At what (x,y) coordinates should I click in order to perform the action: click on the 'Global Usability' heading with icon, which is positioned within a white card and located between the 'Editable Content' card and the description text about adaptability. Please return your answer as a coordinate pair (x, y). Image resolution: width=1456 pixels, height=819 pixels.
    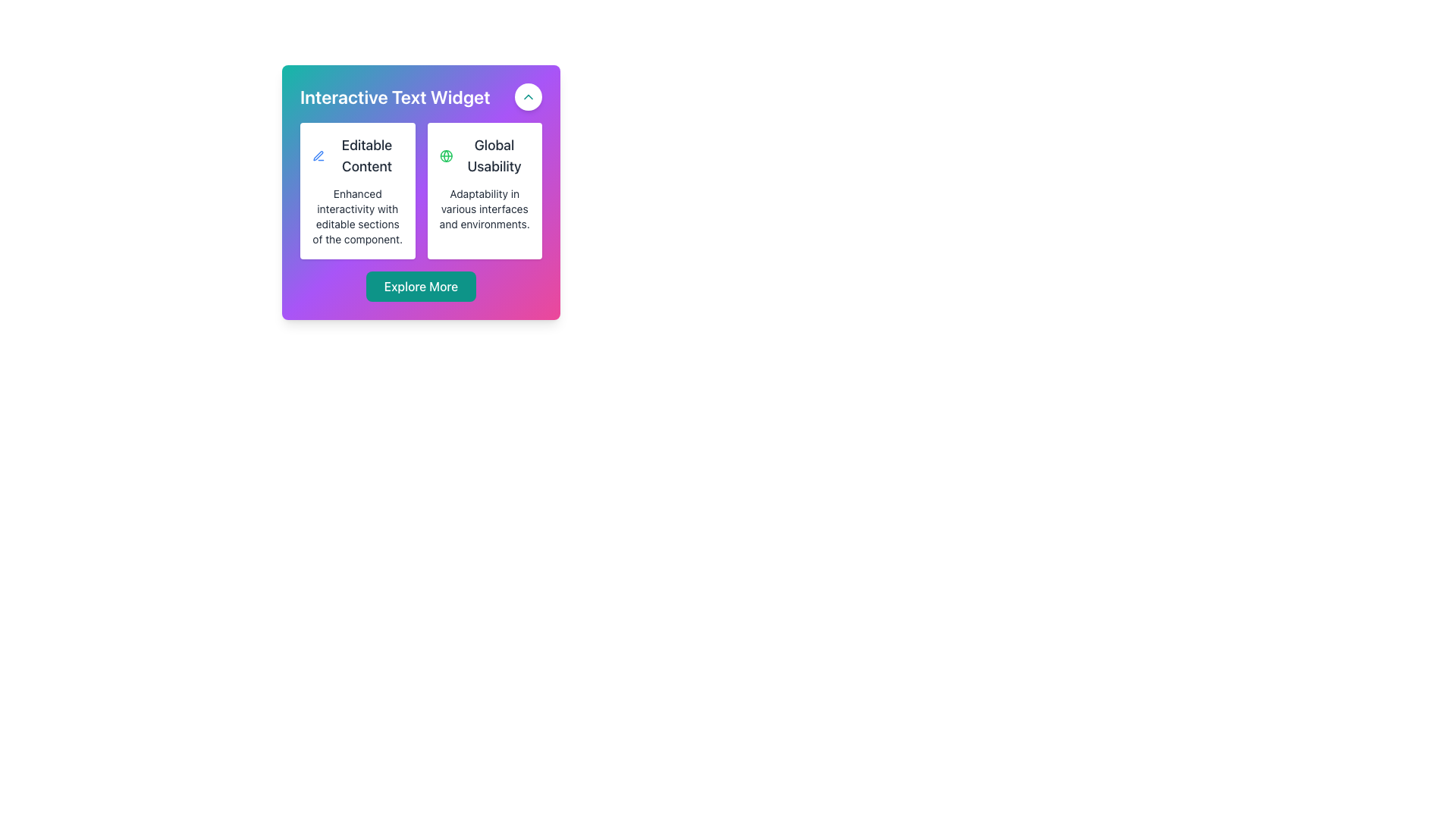
    Looking at the image, I should click on (484, 155).